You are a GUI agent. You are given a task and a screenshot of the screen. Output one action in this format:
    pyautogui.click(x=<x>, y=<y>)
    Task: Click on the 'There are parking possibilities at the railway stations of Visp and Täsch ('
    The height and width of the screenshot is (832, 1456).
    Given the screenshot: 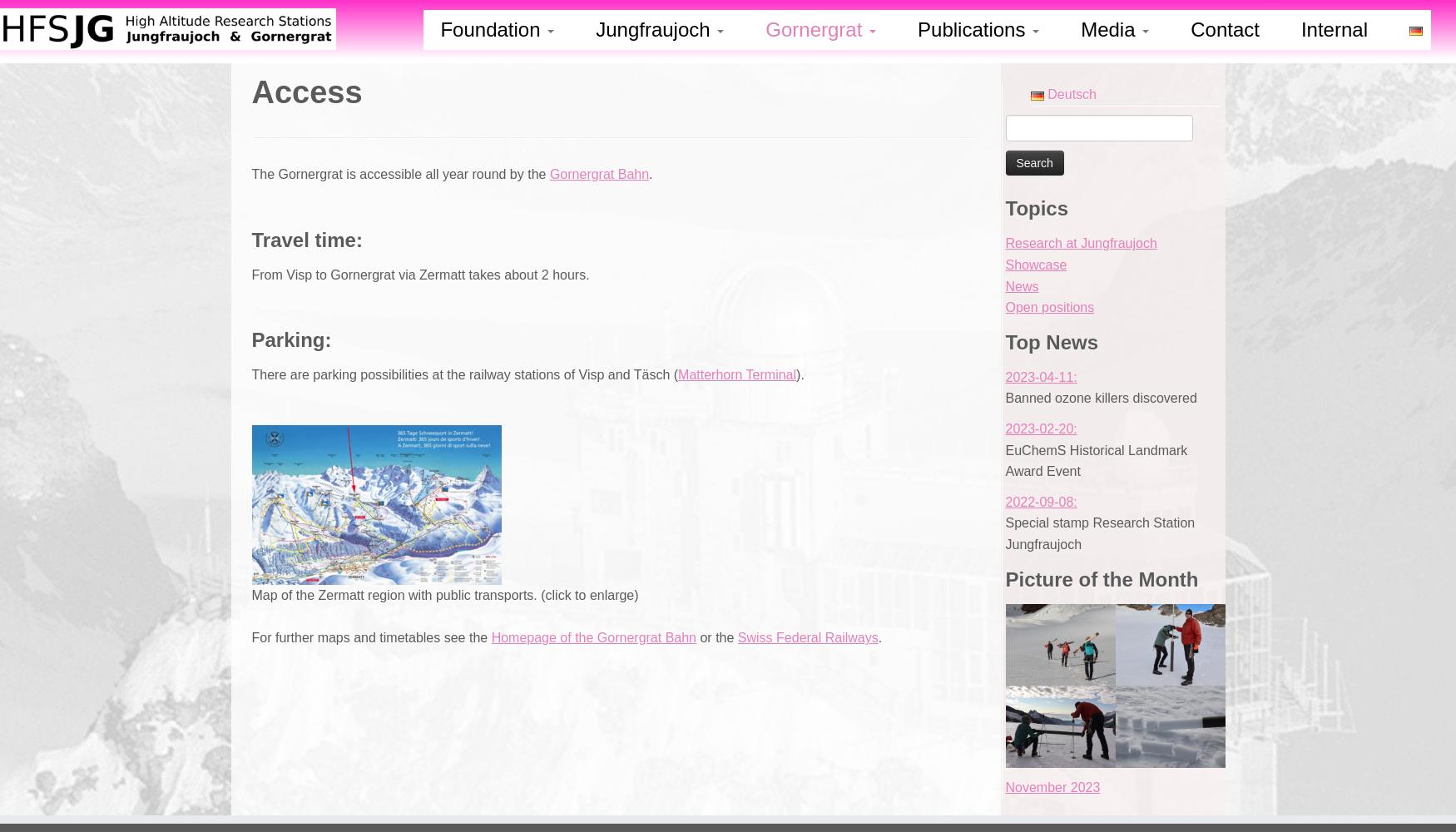 What is the action you would take?
    pyautogui.click(x=463, y=373)
    